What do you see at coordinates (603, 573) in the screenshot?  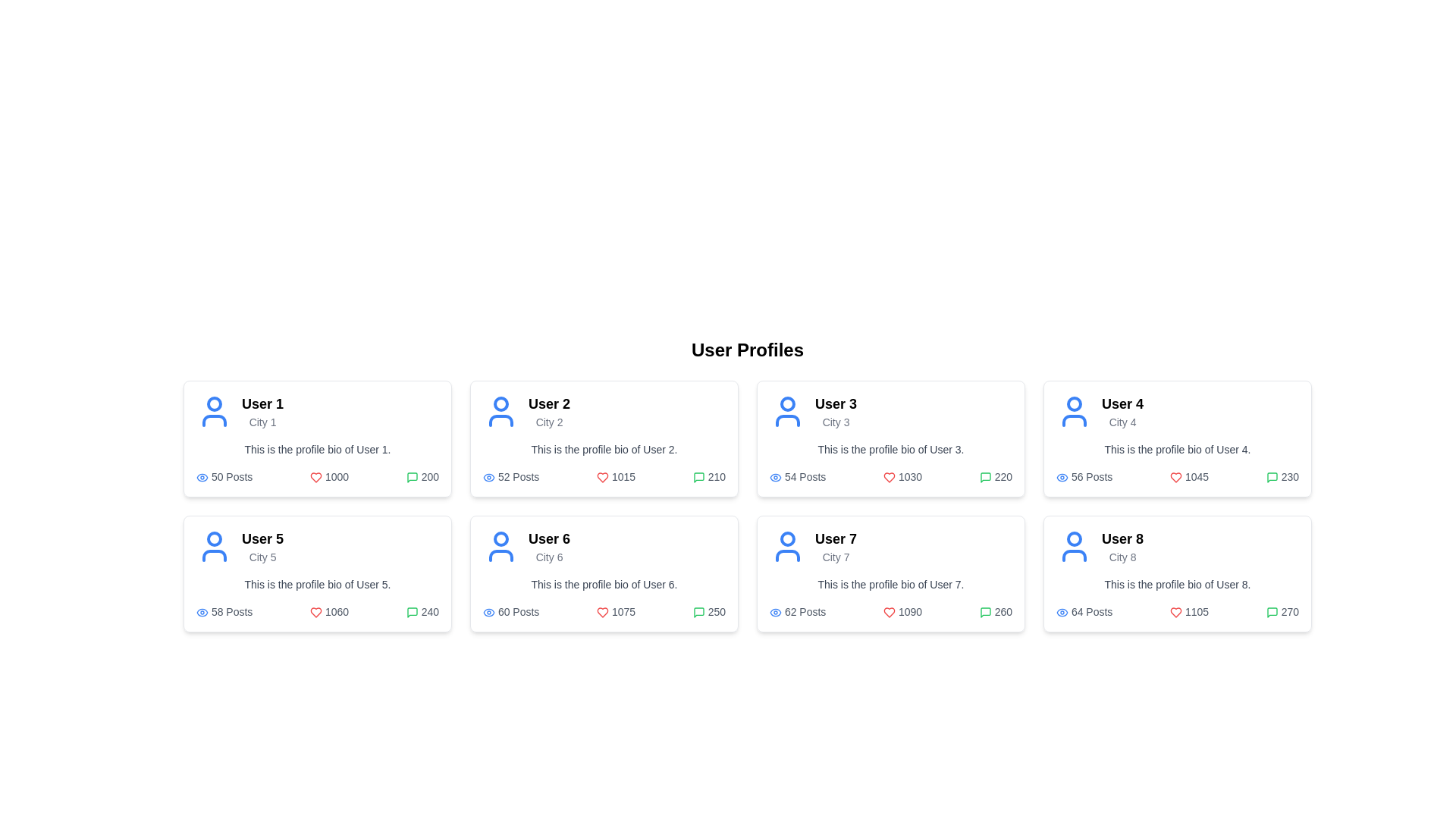 I see `displayed information on the Profile card for 'User 6', which is the 6th item in the grid layout, located in the second row and second column` at bounding box center [603, 573].